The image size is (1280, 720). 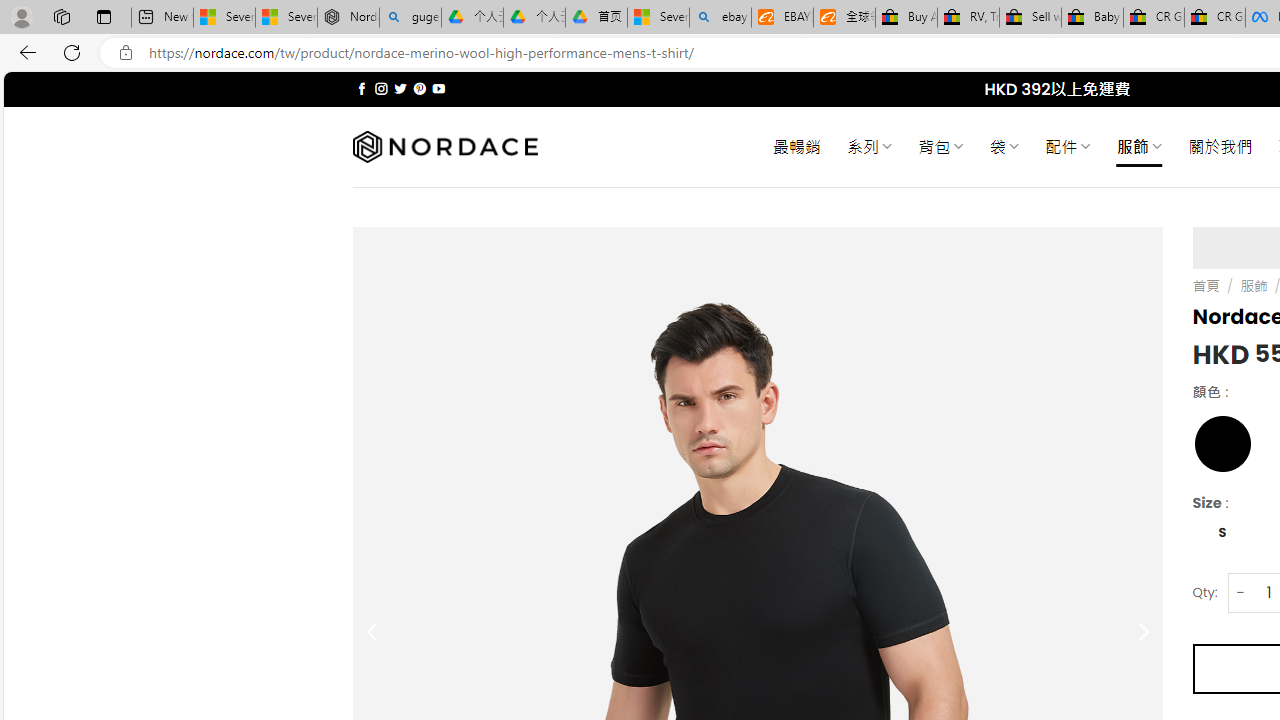 What do you see at coordinates (409, 17) in the screenshot?
I see `'guge yunpan - Search'` at bounding box center [409, 17].